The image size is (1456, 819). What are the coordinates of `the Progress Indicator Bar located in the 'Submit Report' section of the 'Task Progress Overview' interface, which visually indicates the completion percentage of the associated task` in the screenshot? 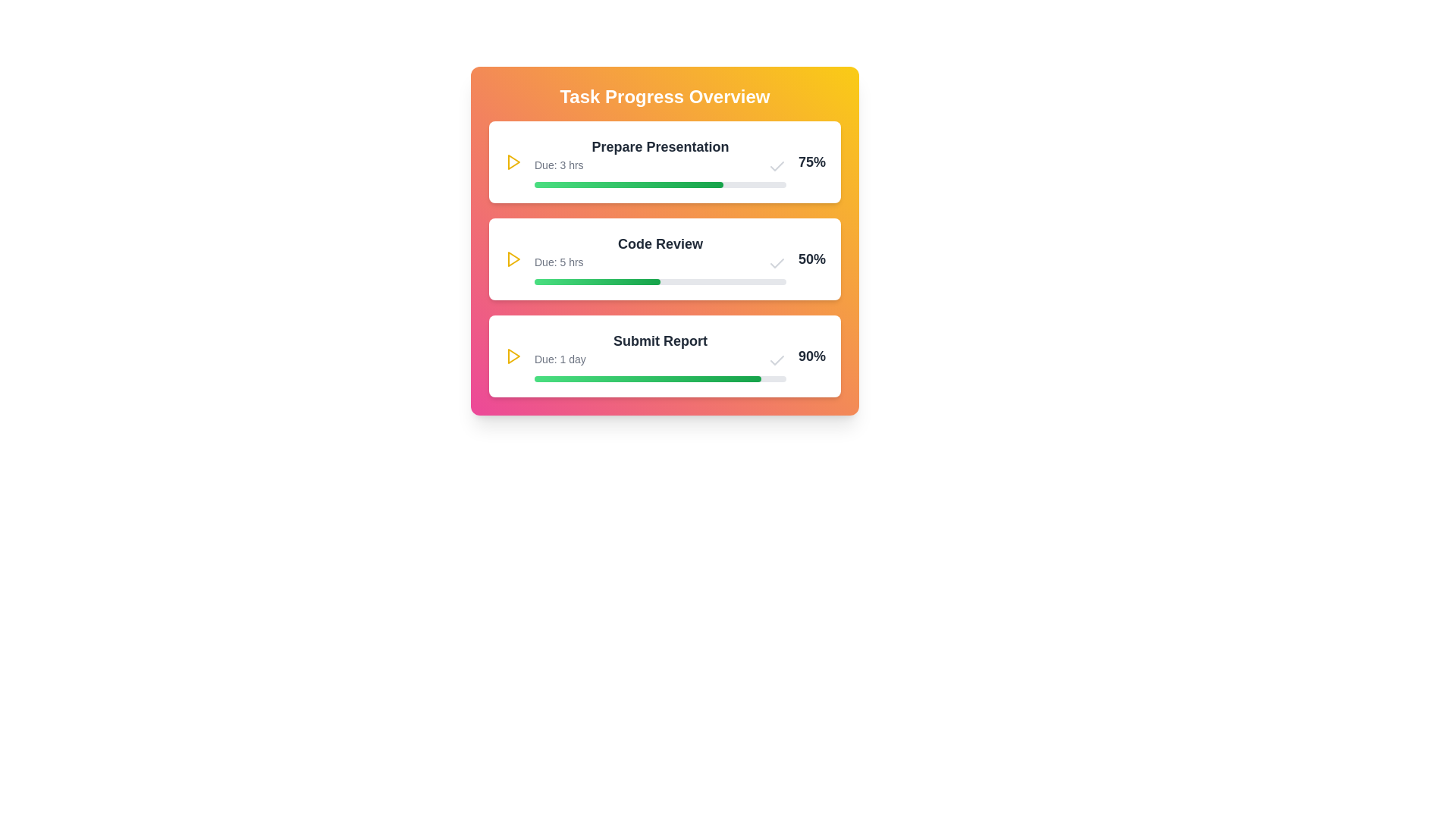 It's located at (648, 378).